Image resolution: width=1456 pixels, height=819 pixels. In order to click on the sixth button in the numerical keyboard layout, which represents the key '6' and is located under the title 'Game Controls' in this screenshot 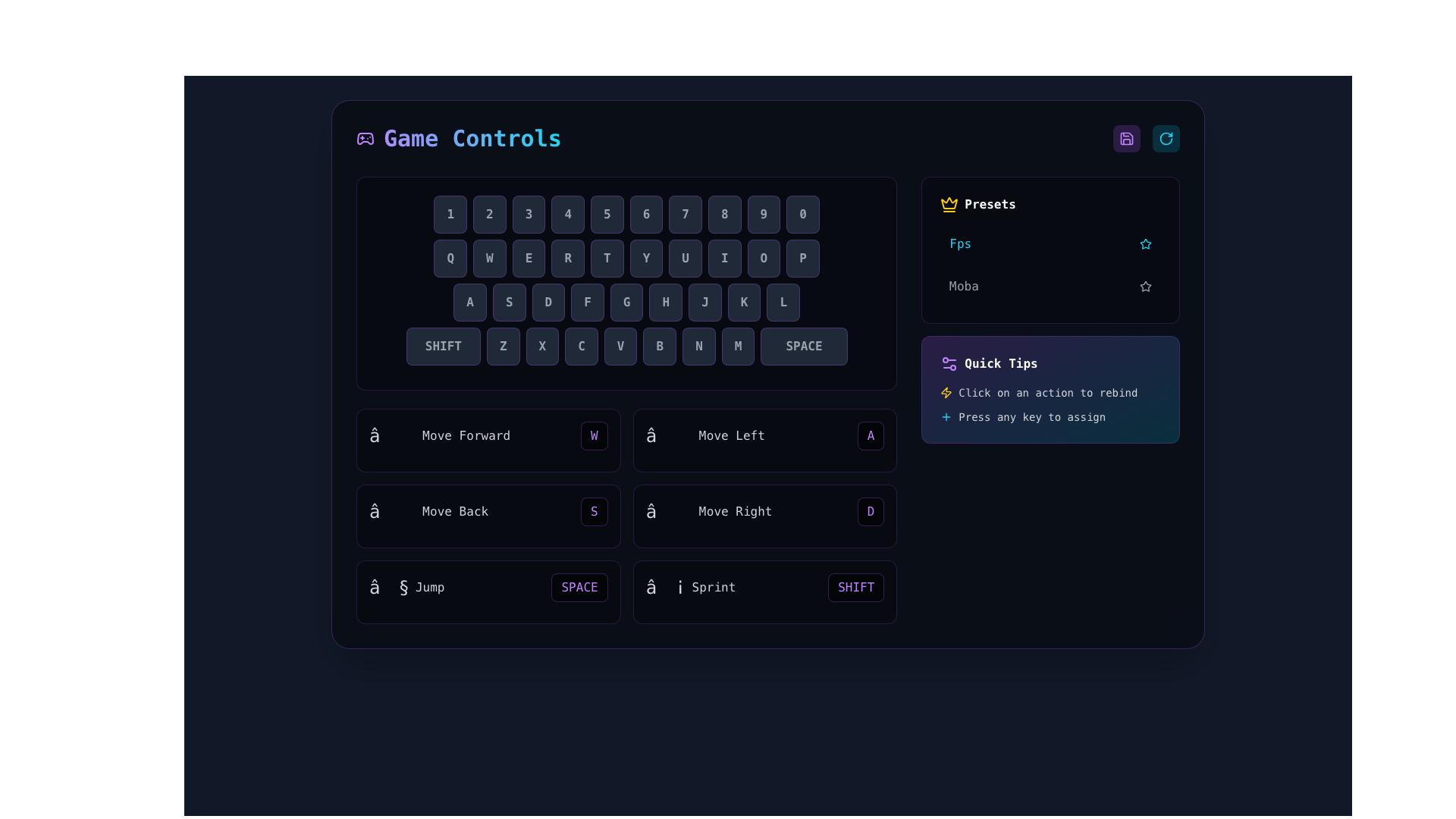, I will do `click(646, 214)`.